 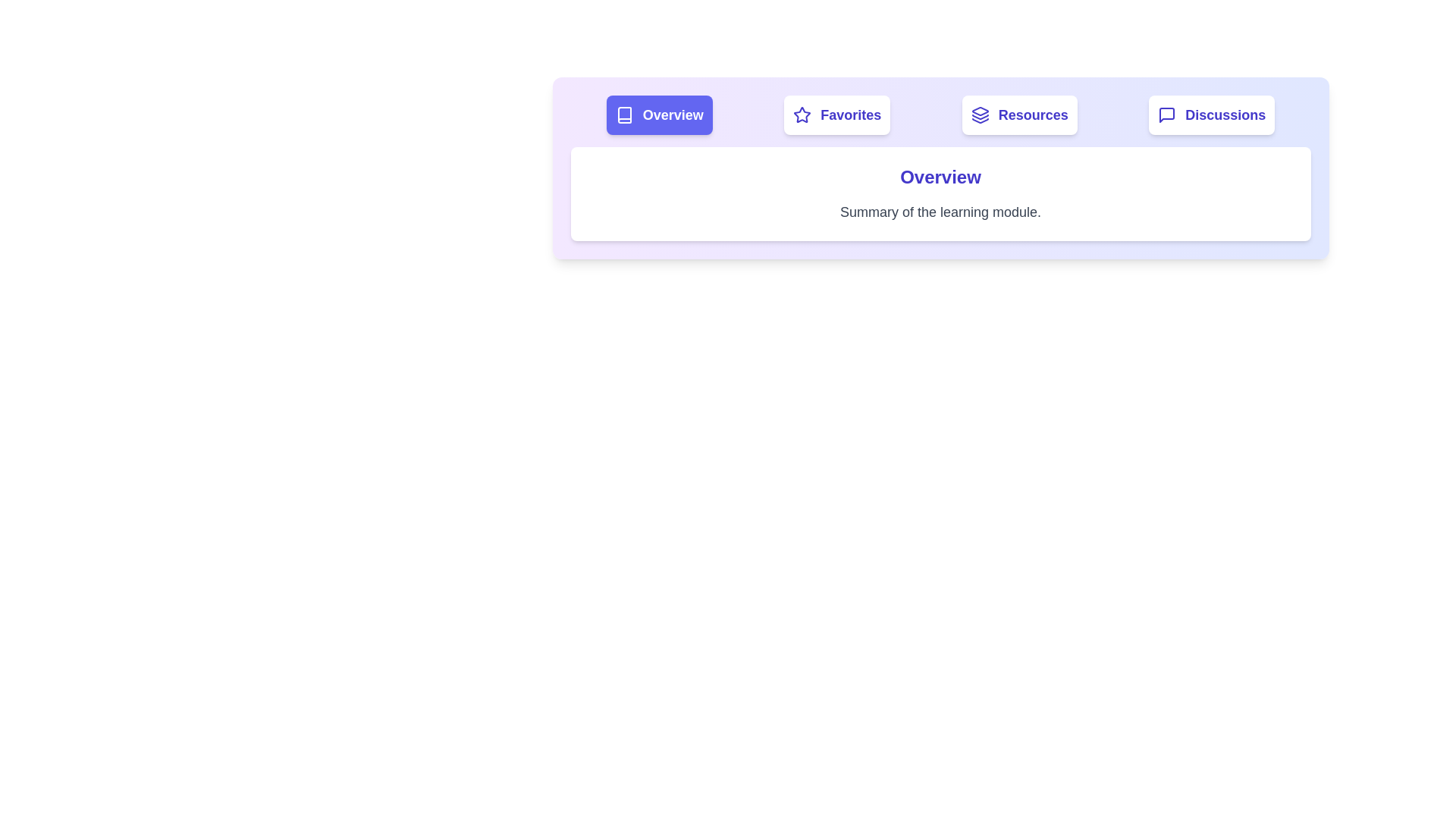 What do you see at coordinates (659, 114) in the screenshot?
I see `the Overview tab by clicking on its button` at bounding box center [659, 114].